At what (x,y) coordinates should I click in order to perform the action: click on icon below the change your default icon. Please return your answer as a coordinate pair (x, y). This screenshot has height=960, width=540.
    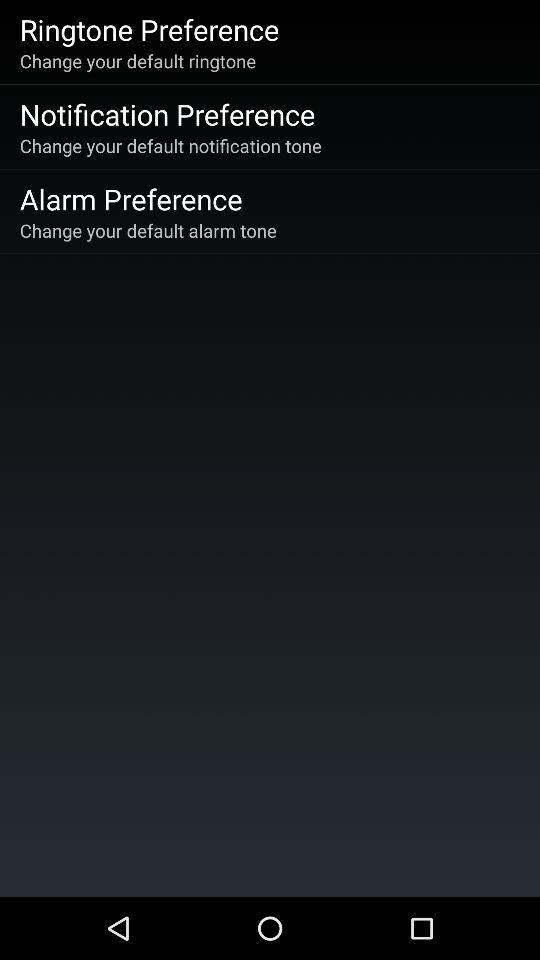
    Looking at the image, I should click on (166, 114).